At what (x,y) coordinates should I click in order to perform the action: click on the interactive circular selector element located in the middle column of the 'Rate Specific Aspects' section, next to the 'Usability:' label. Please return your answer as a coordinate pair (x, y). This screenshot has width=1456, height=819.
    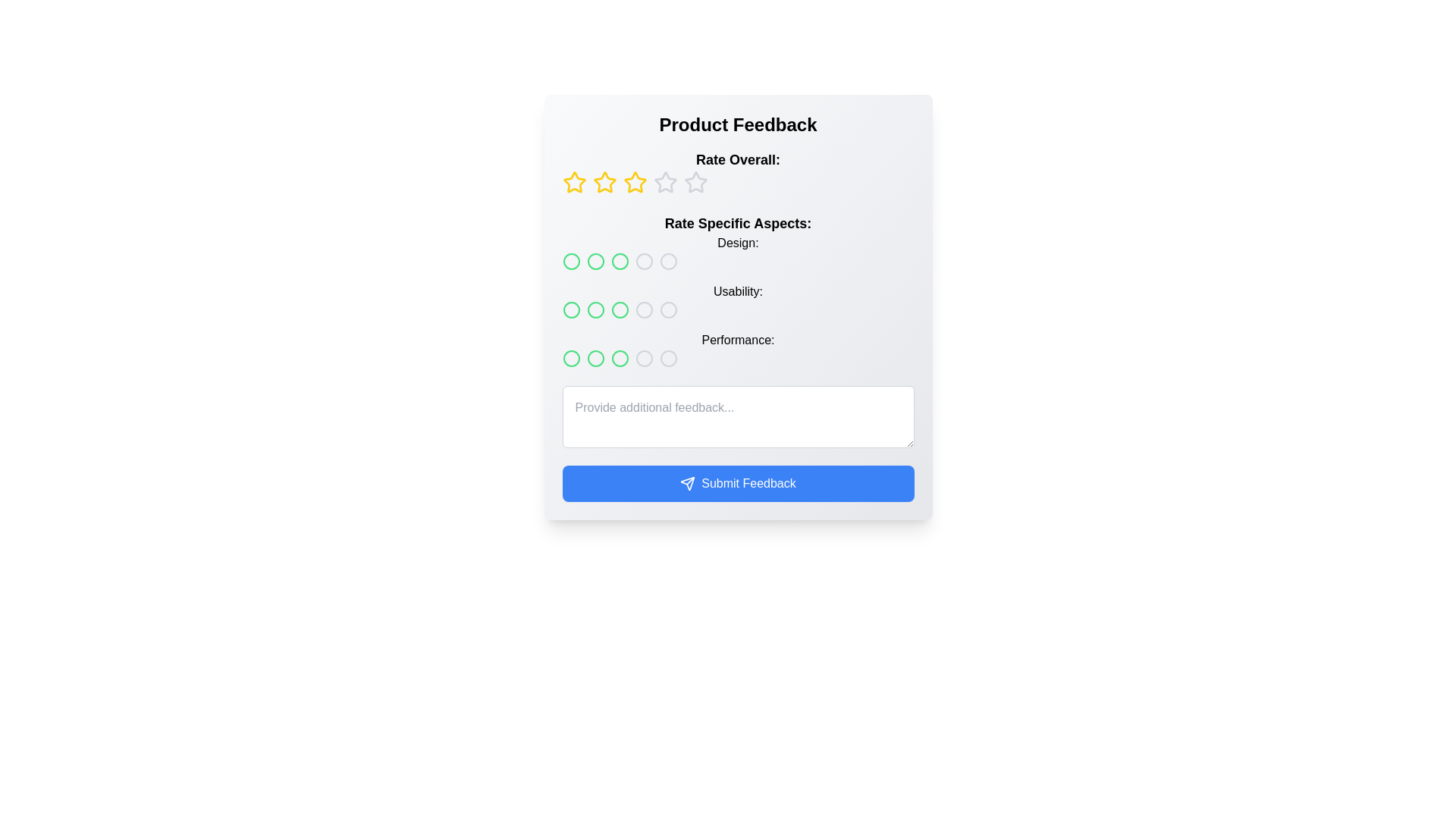
    Looking at the image, I should click on (667, 309).